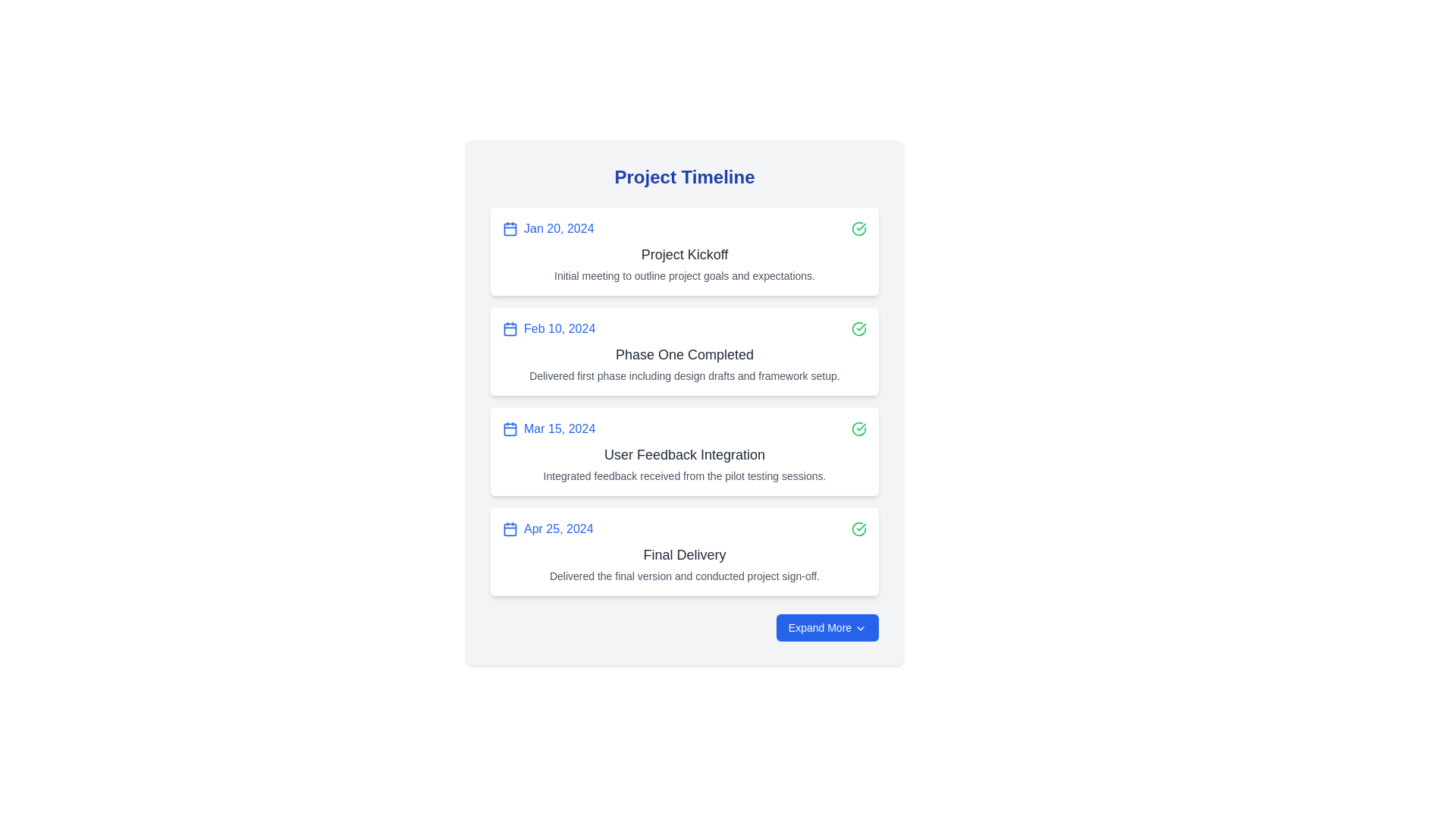  Describe the element at coordinates (858, 228) in the screenshot. I see `the small green circular icon with a checkmark located at the far right of the row containing the 'Jan 20, 2024' date` at that location.